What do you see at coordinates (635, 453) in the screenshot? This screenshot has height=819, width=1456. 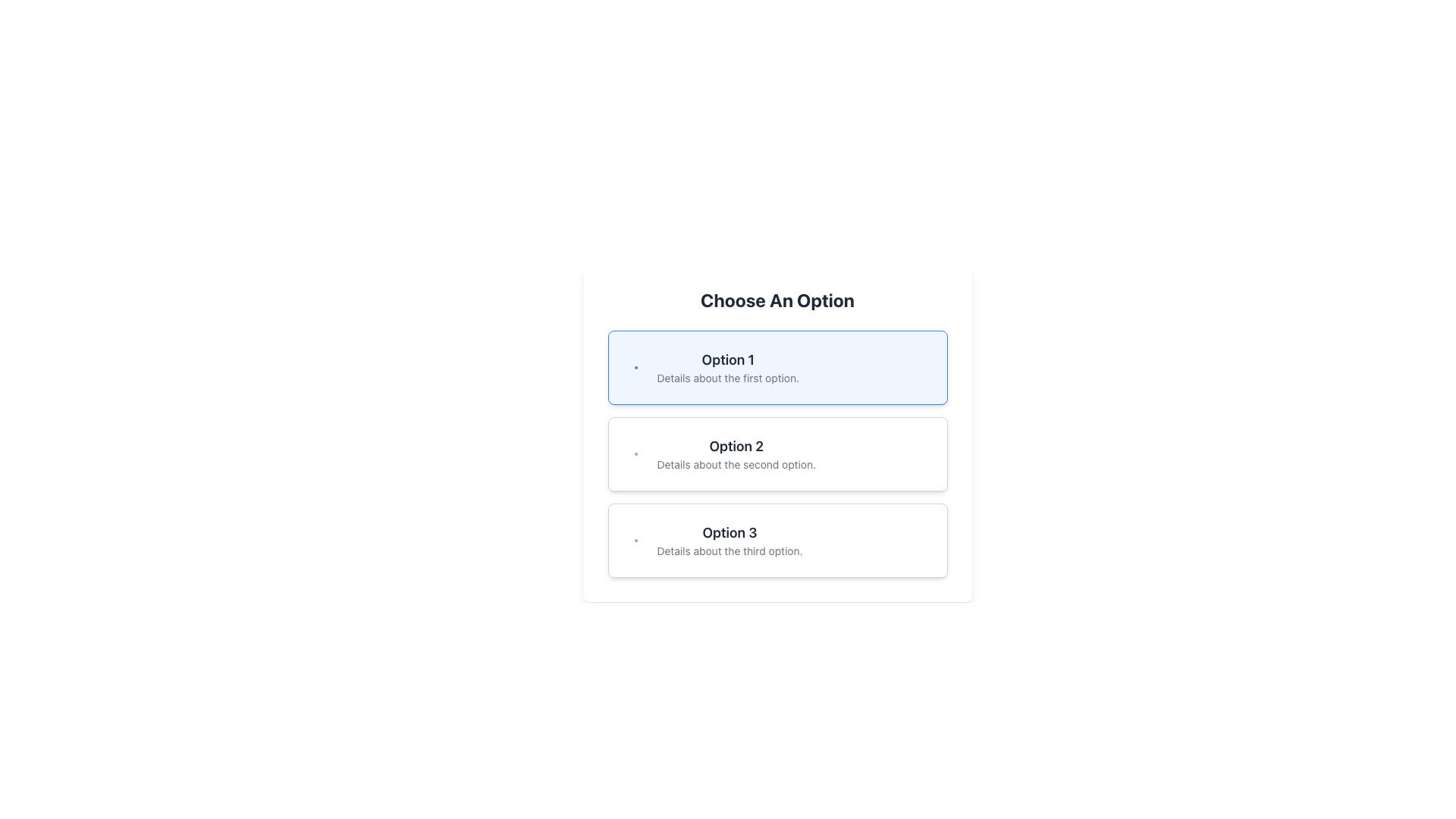 I see `the icon located at the top-left corner of the 'Option 2' card, which serves as a graphical marker associated with this option` at bounding box center [635, 453].